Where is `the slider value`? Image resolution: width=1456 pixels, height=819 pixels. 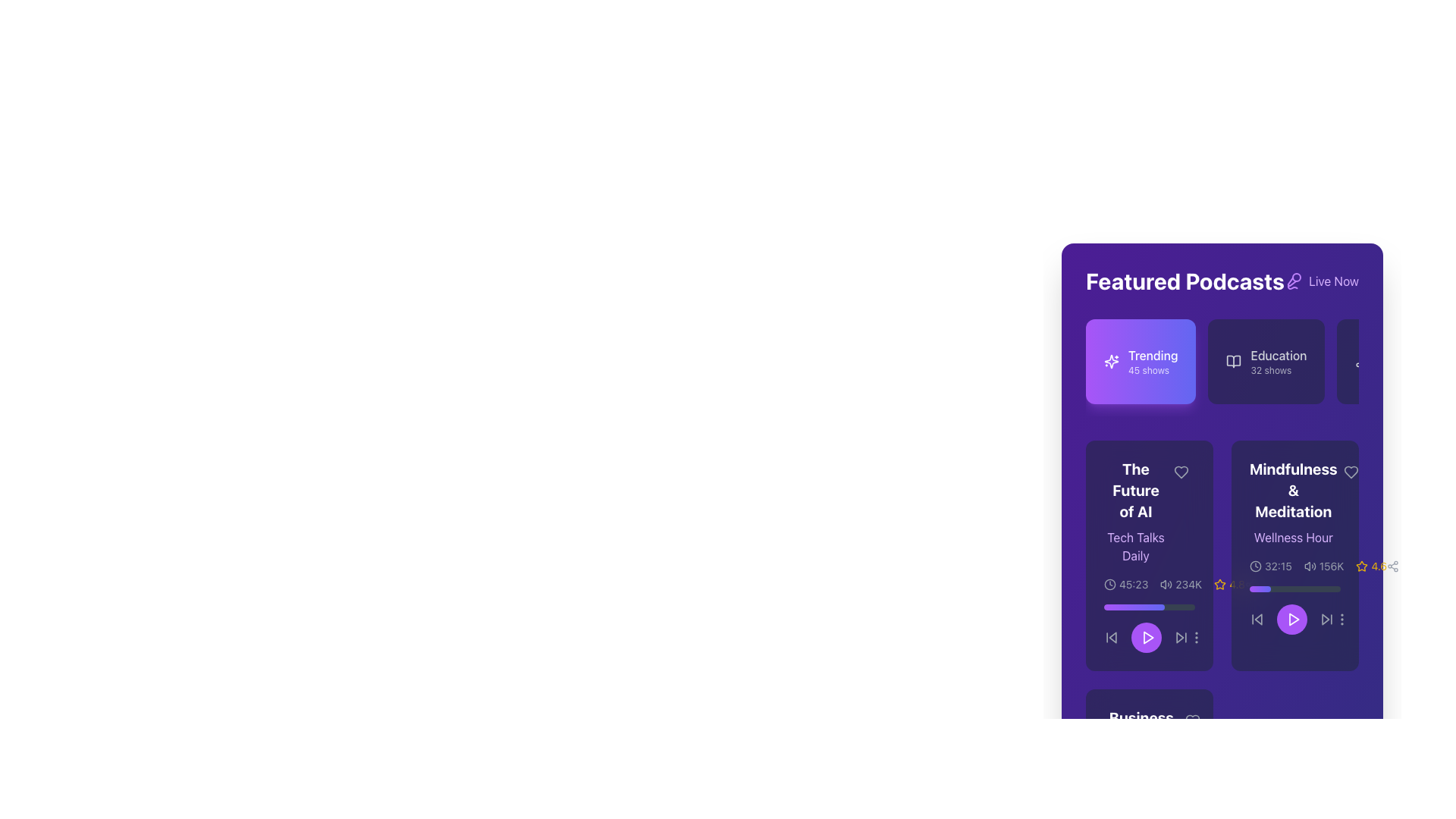
the slider value is located at coordinates (1159, 607).